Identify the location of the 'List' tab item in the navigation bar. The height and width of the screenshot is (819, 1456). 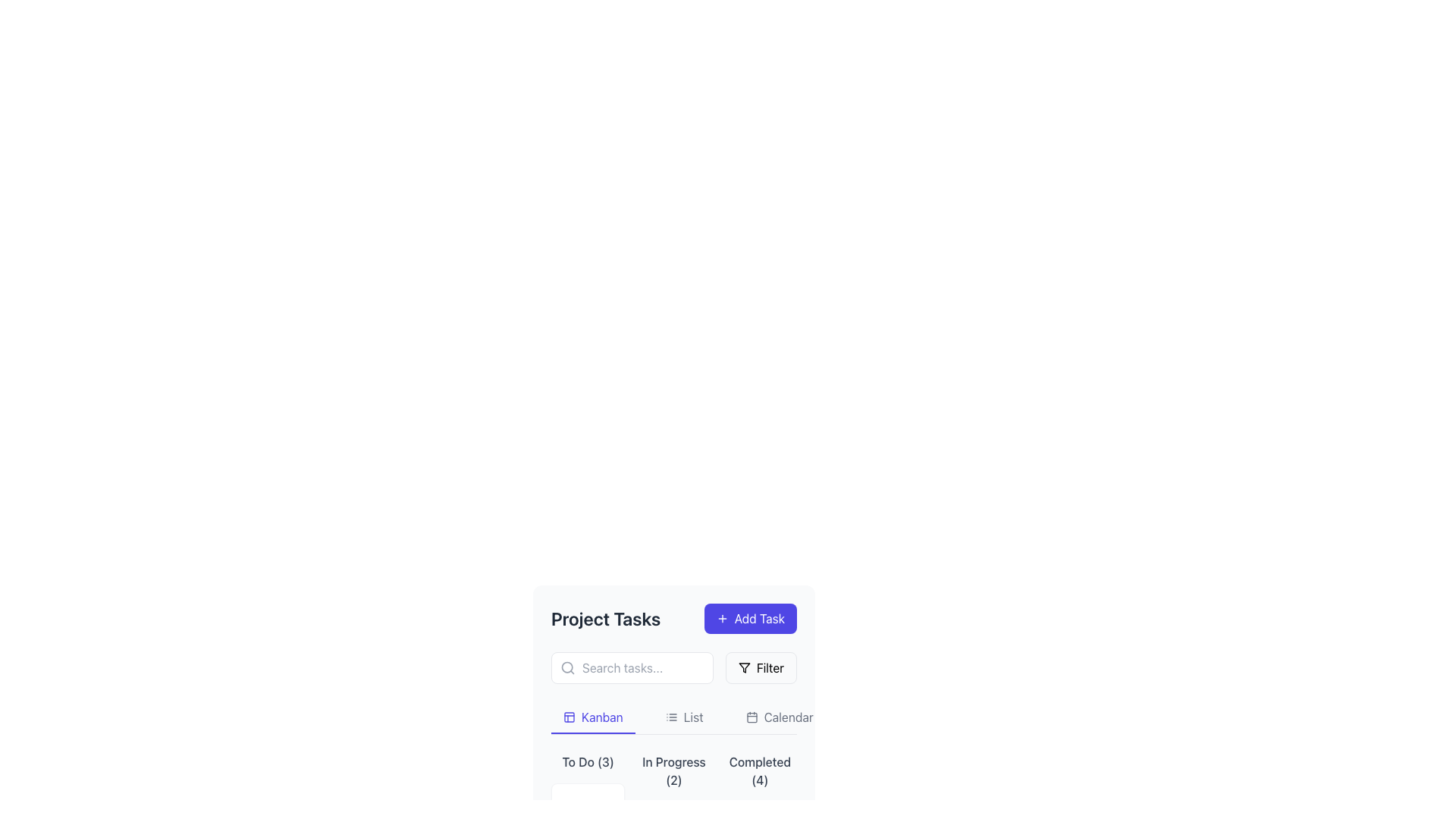
(673, 717).